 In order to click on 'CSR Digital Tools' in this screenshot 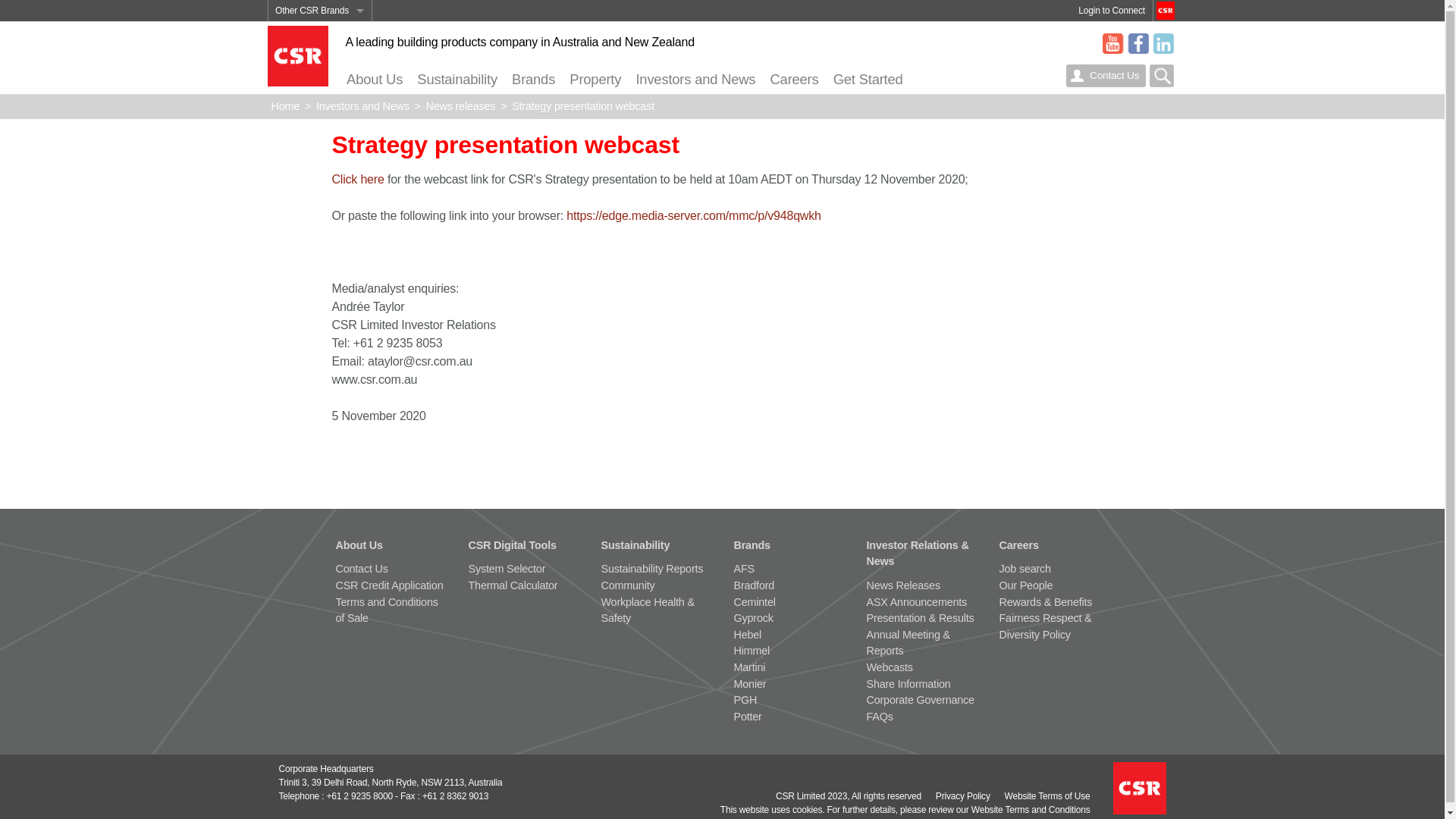, I will do `click(513, 544)`.